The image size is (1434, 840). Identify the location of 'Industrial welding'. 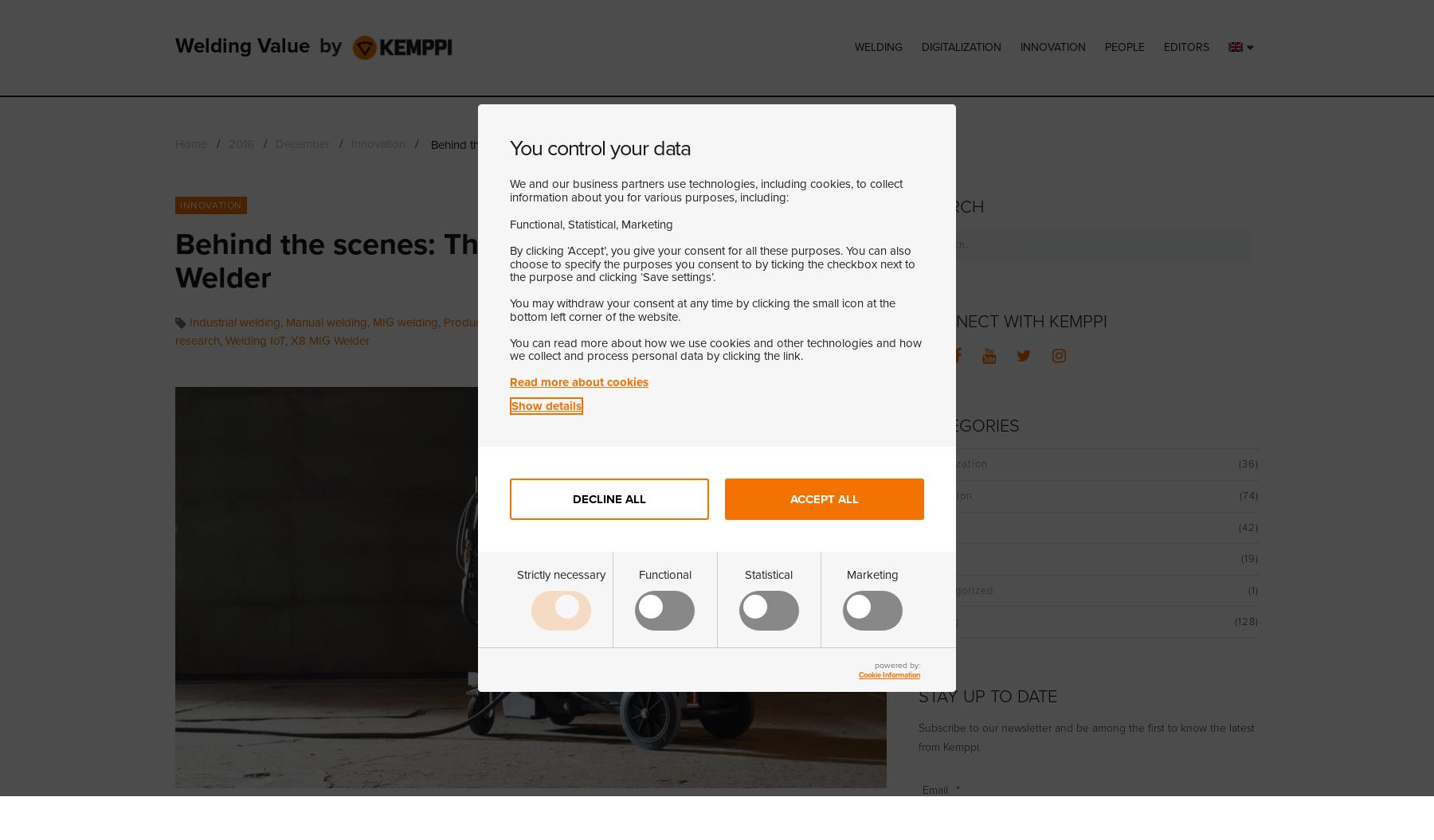
(234, 321).